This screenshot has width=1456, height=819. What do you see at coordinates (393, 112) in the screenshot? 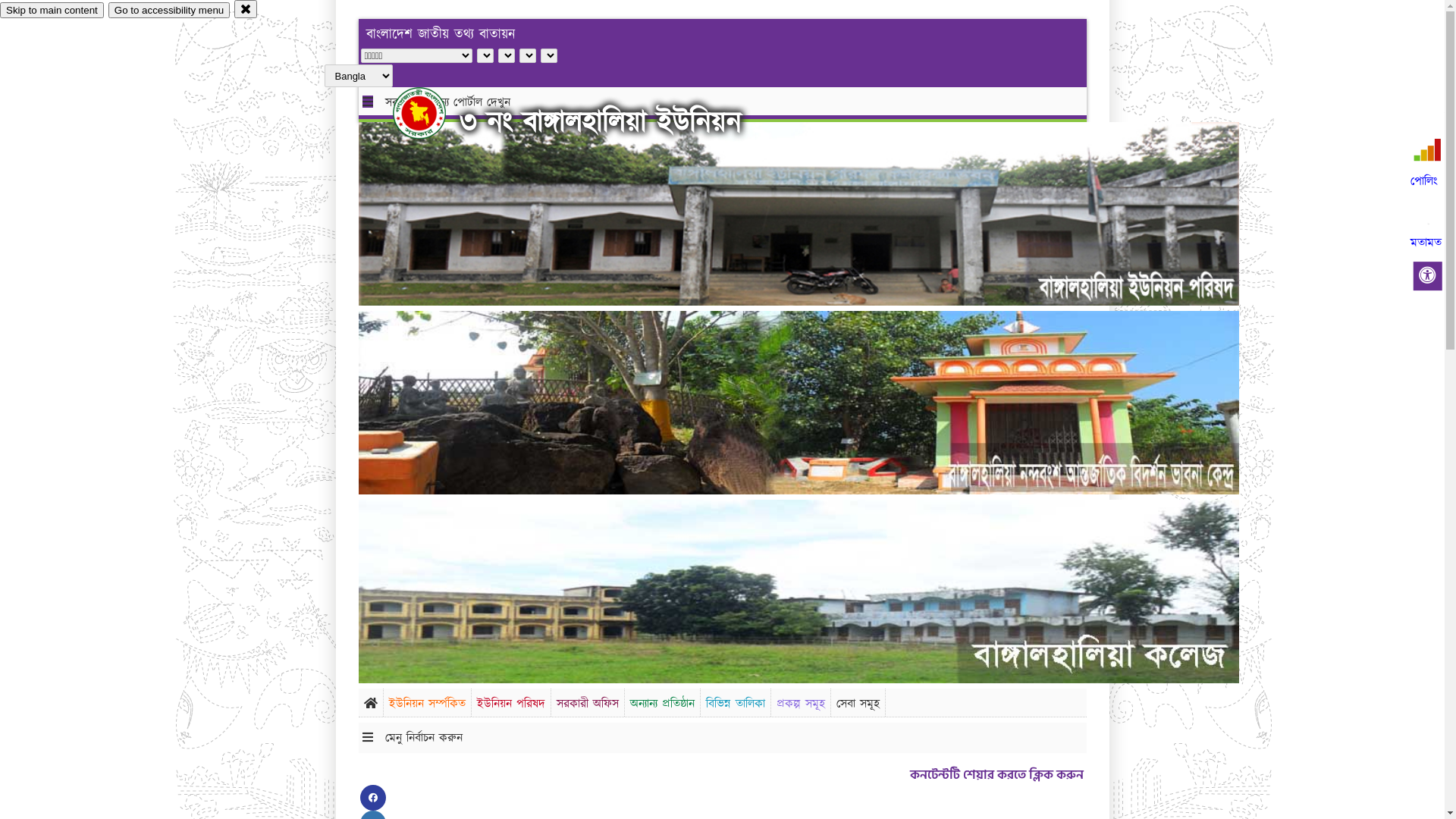
I see `'` at bounding box center [393, 112].